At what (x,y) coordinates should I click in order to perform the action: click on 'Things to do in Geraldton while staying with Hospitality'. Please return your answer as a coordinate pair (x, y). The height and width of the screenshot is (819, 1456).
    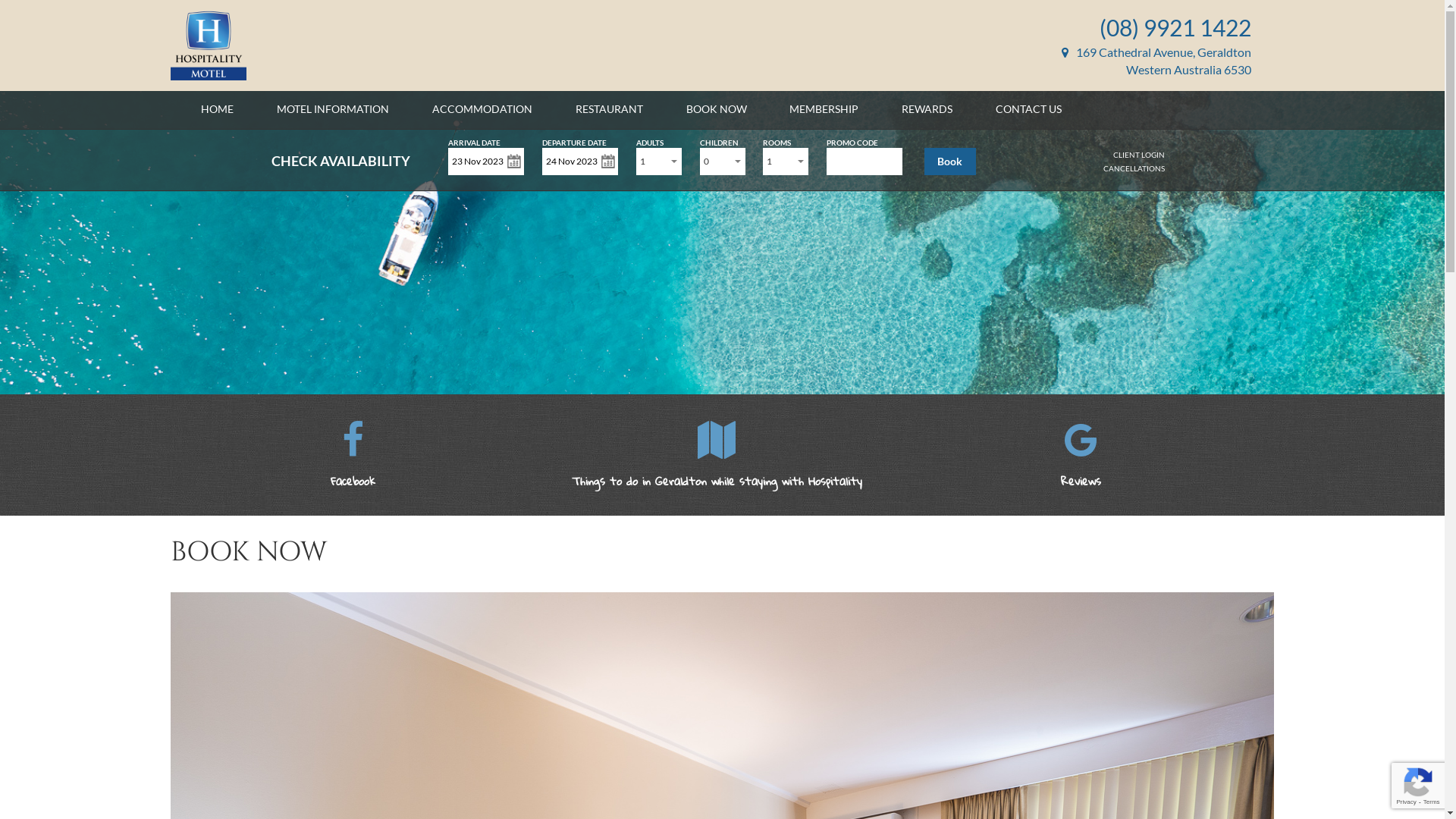
    Looking at the image, I should click on (716, 465).